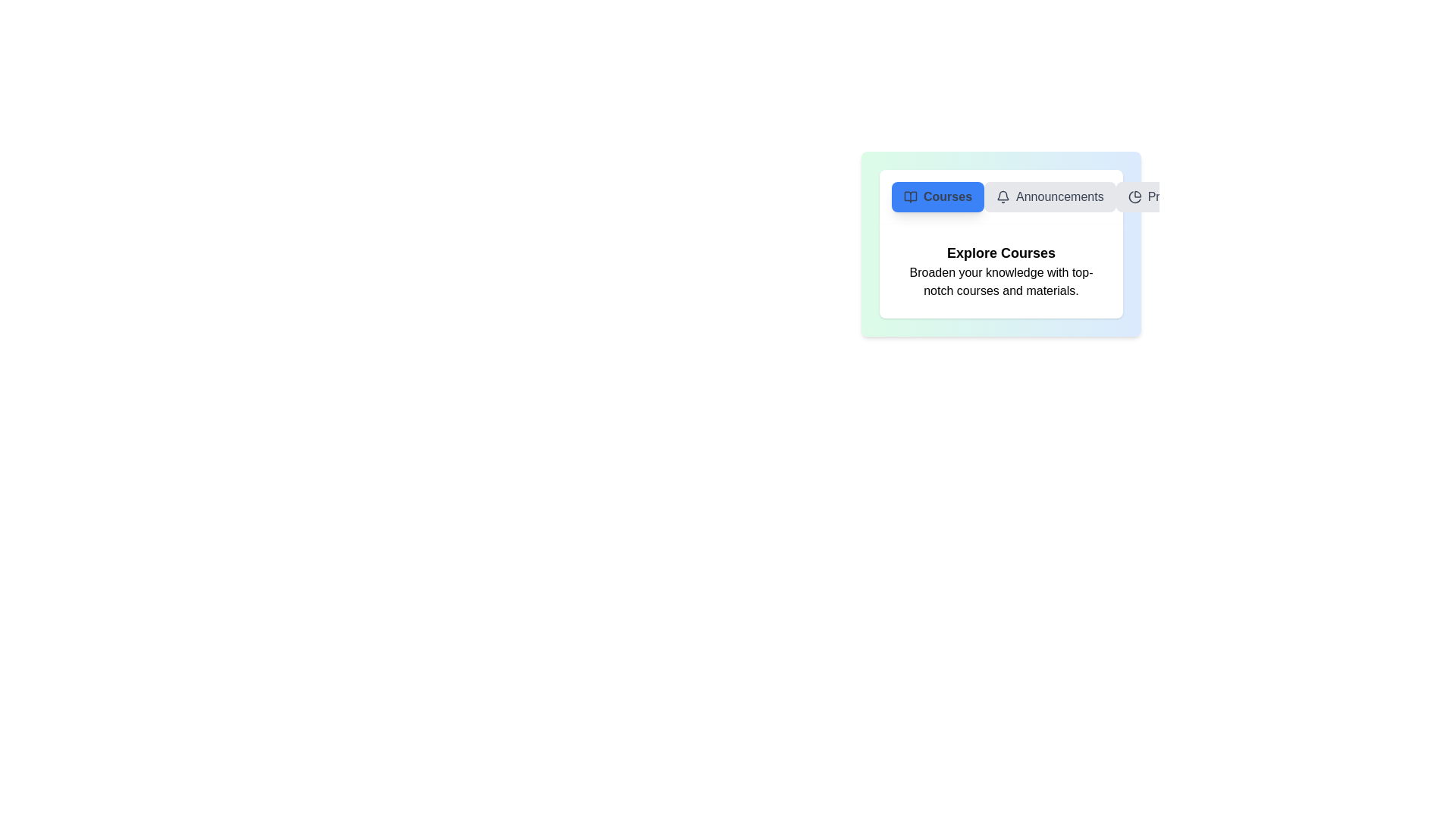 This screenshot has width=1456, height=819. Describe the element at coordinates (1003, 195) in the screenshot. I see `the bell-shaped notification icon located at the rightmost side of the horizontal tab section above the 'Explore Courses' content card` at that location.